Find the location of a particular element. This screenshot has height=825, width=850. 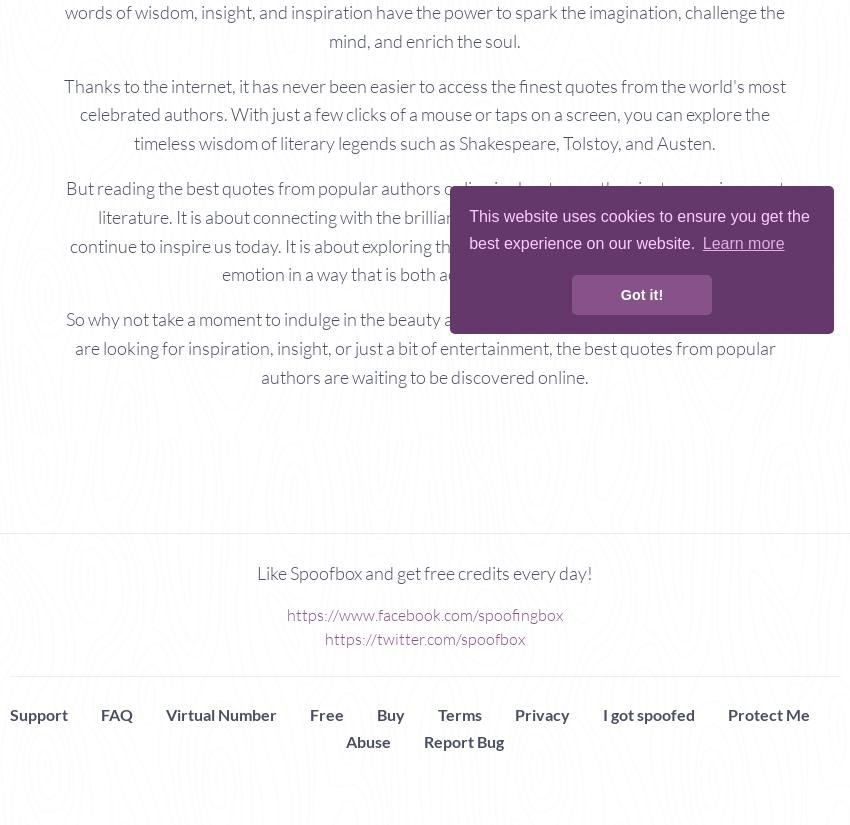

'Buy' is located at coordinates (391, 713).